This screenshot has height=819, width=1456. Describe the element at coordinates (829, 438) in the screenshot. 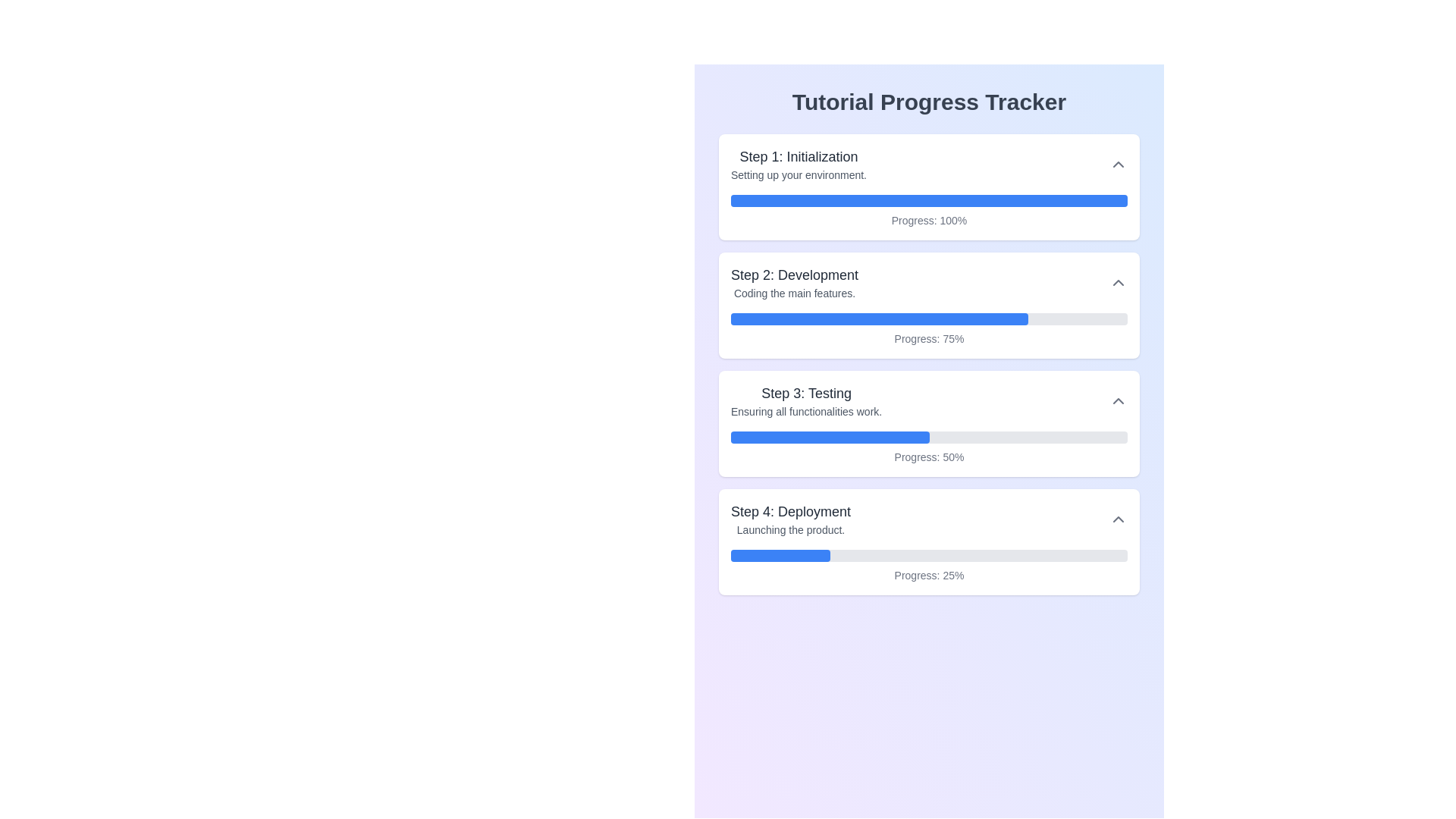

I see `the progress bar segment representing 50% completion in the 'Step 3: Testing' section` at that location.